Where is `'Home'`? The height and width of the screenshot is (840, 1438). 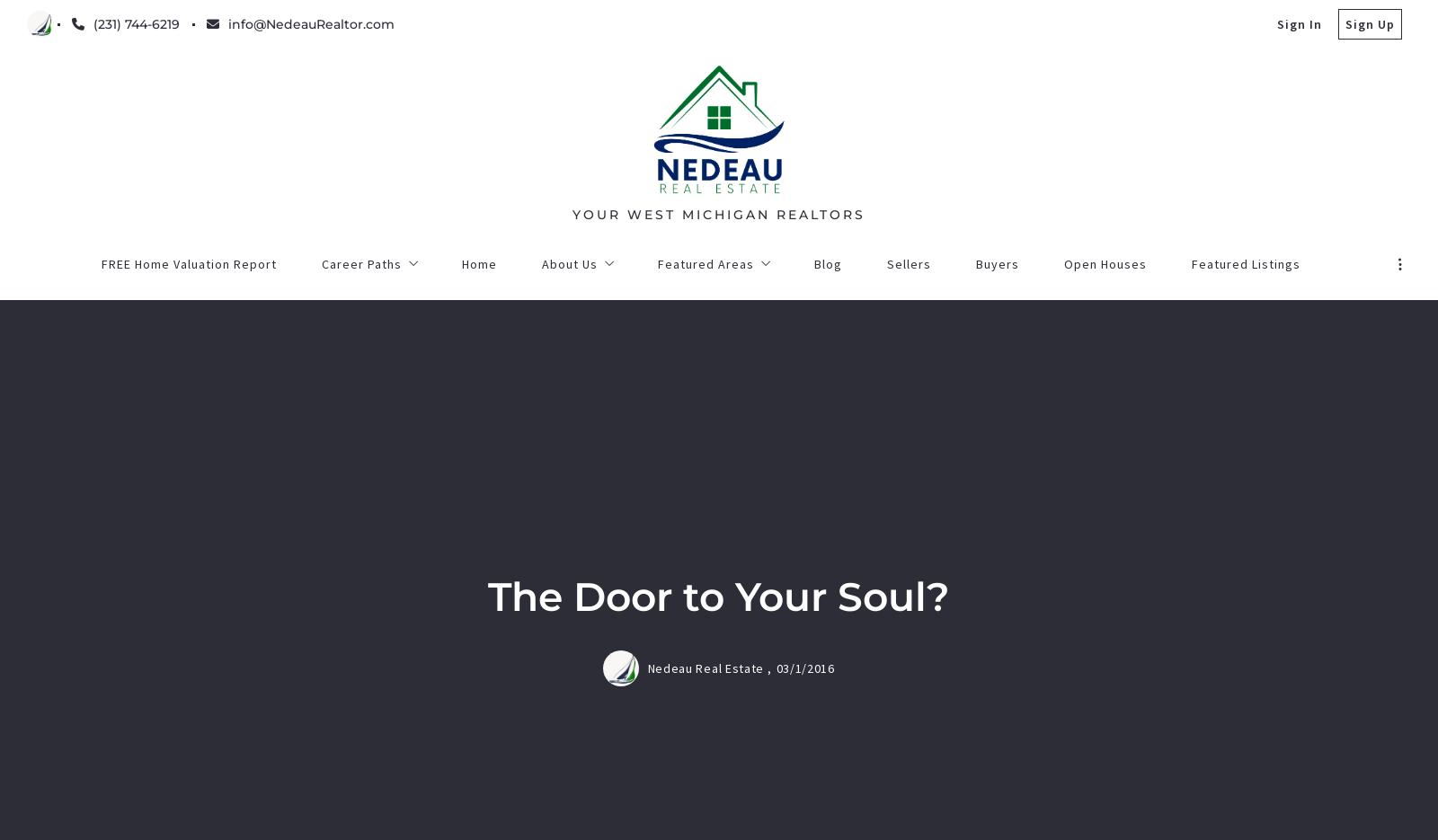
'Home' is located at coordinates (458, 720).